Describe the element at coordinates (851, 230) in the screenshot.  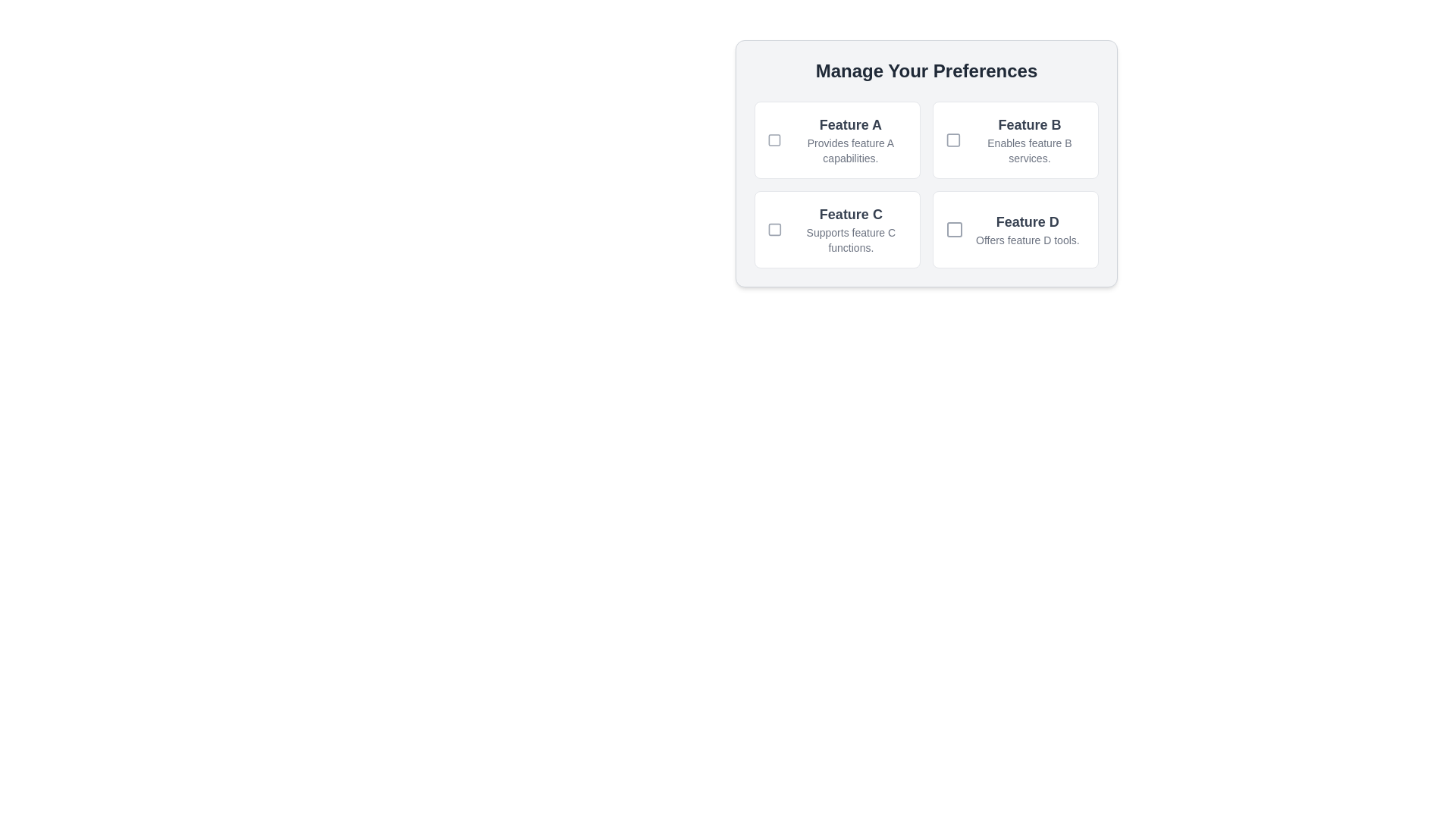
I see `text information about 'Feature C' which consists of the prominently styled text 'Feature C' and the additional details 'Supports feature C functions.' located in the bottom left area of the interface under the heading 'Manage Your Preferences'` at that location.